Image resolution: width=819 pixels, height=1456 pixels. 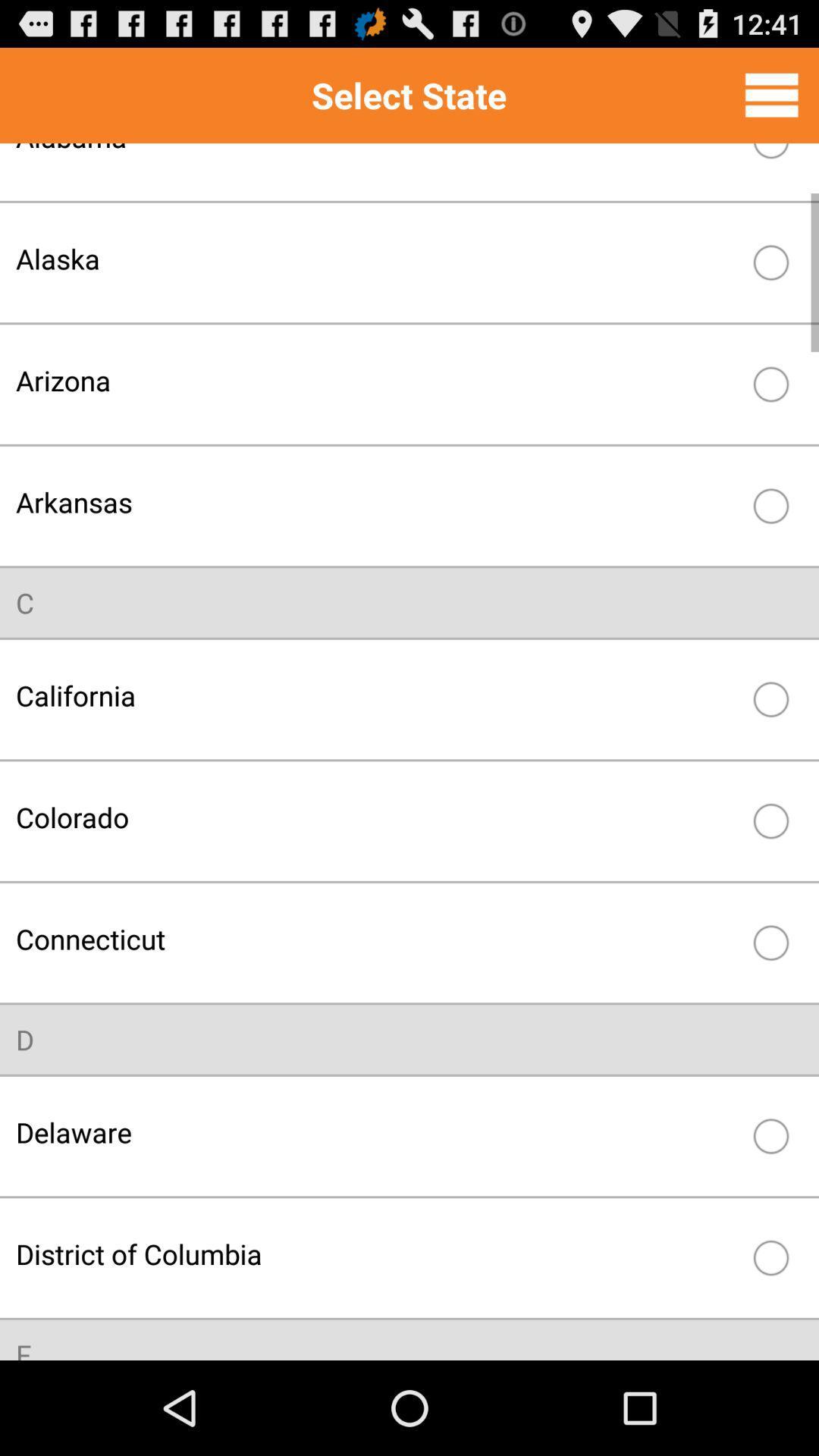 What do you see at coordinates (376, 160) in the screenshot?
I see `item above the alaska item` at bounding box center [376, 160].